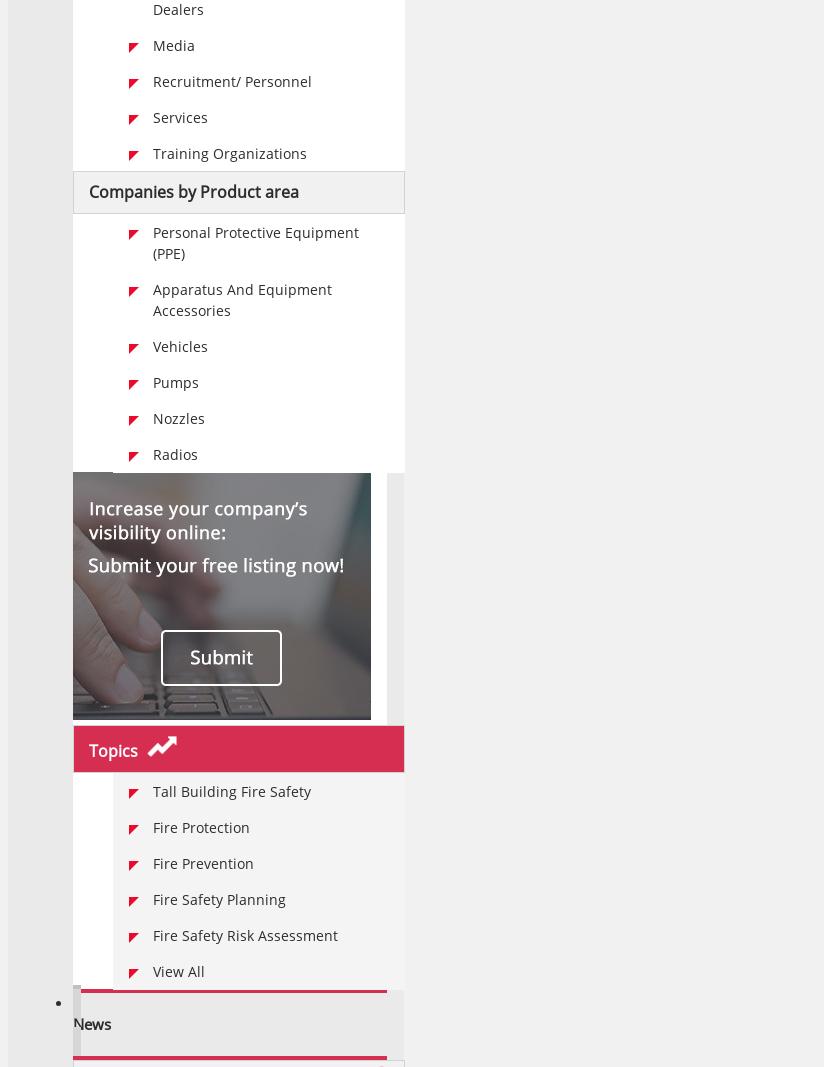 The height and width of the screenshot is (1067, 824). I want to click on 'Apparatus and Equipment Accessories', so click(242, 300).